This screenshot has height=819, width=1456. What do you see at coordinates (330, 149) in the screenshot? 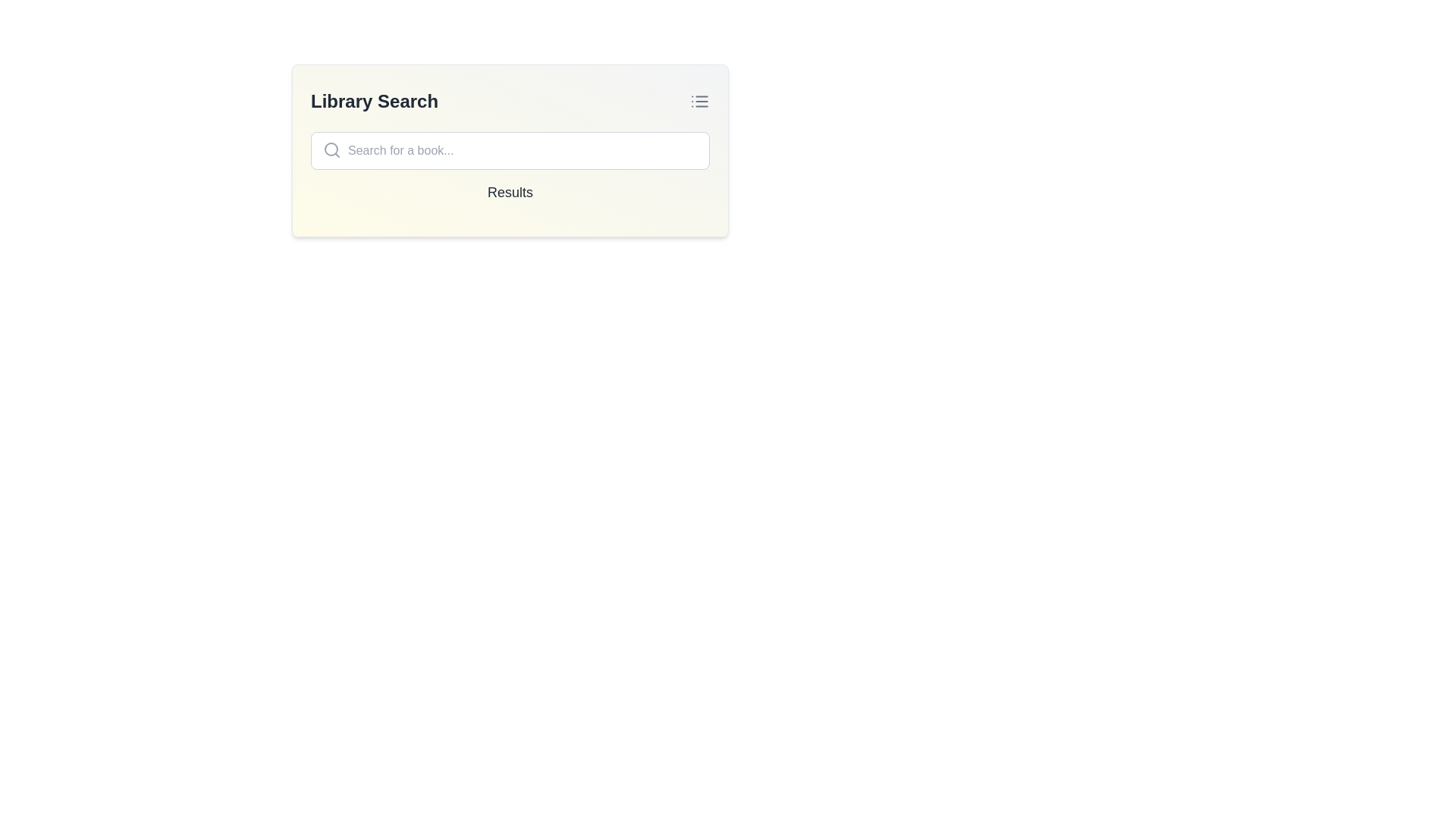
I see `the thin black circular SVG element that is part of the magnifying glass icon located on the left side of the 'Search for a book...' input field` at bounding box center [330, 149].